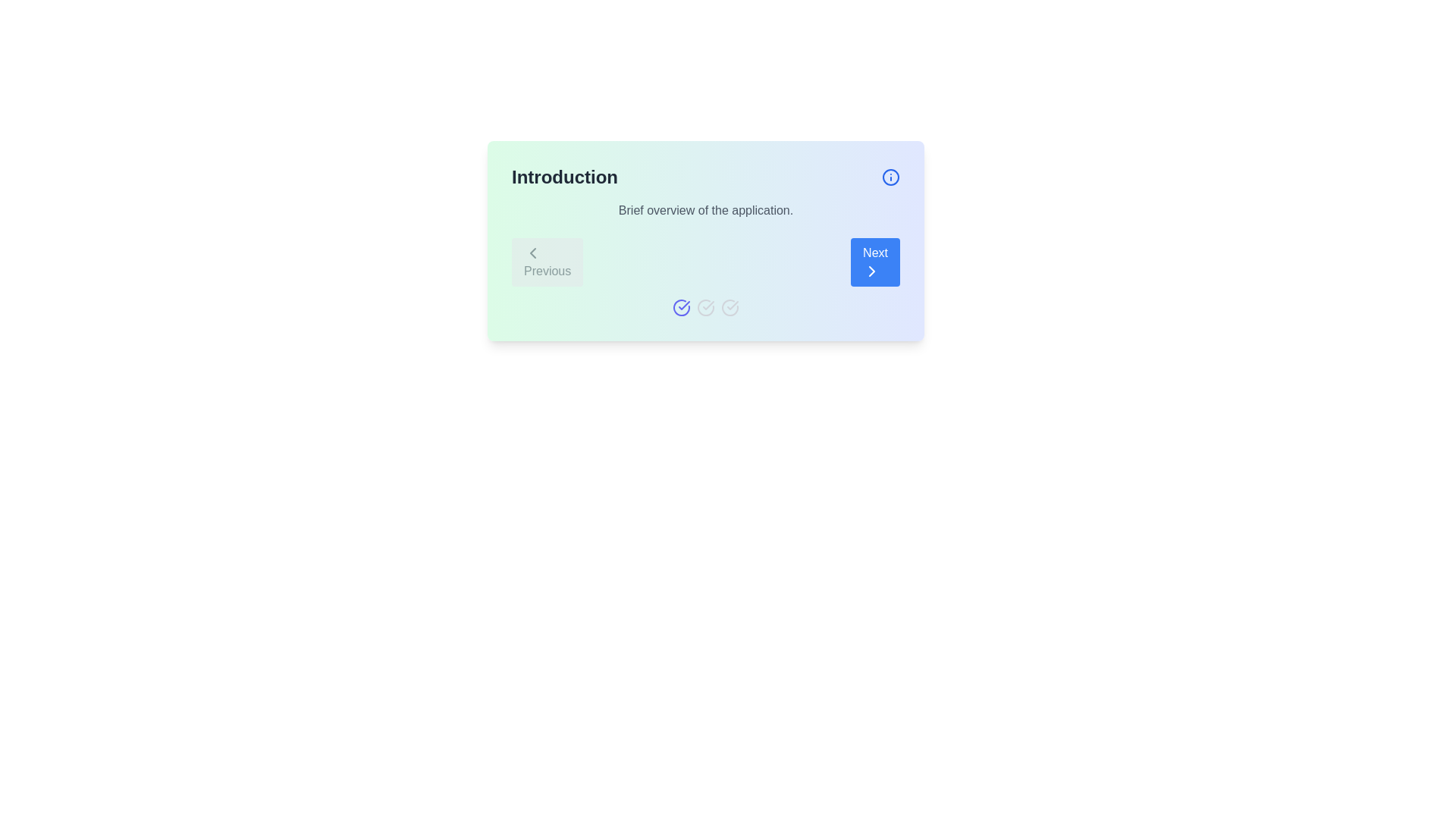 This screenshot has height=819, width=1456. What do you see at coordinates (532, 253) in the screenshot?
I see `the left-pointing chevron icon contained within the 'Previous' button, located in the bottom-left section of the 'Introduction' card-like layout` at bounding box center [532, 253].